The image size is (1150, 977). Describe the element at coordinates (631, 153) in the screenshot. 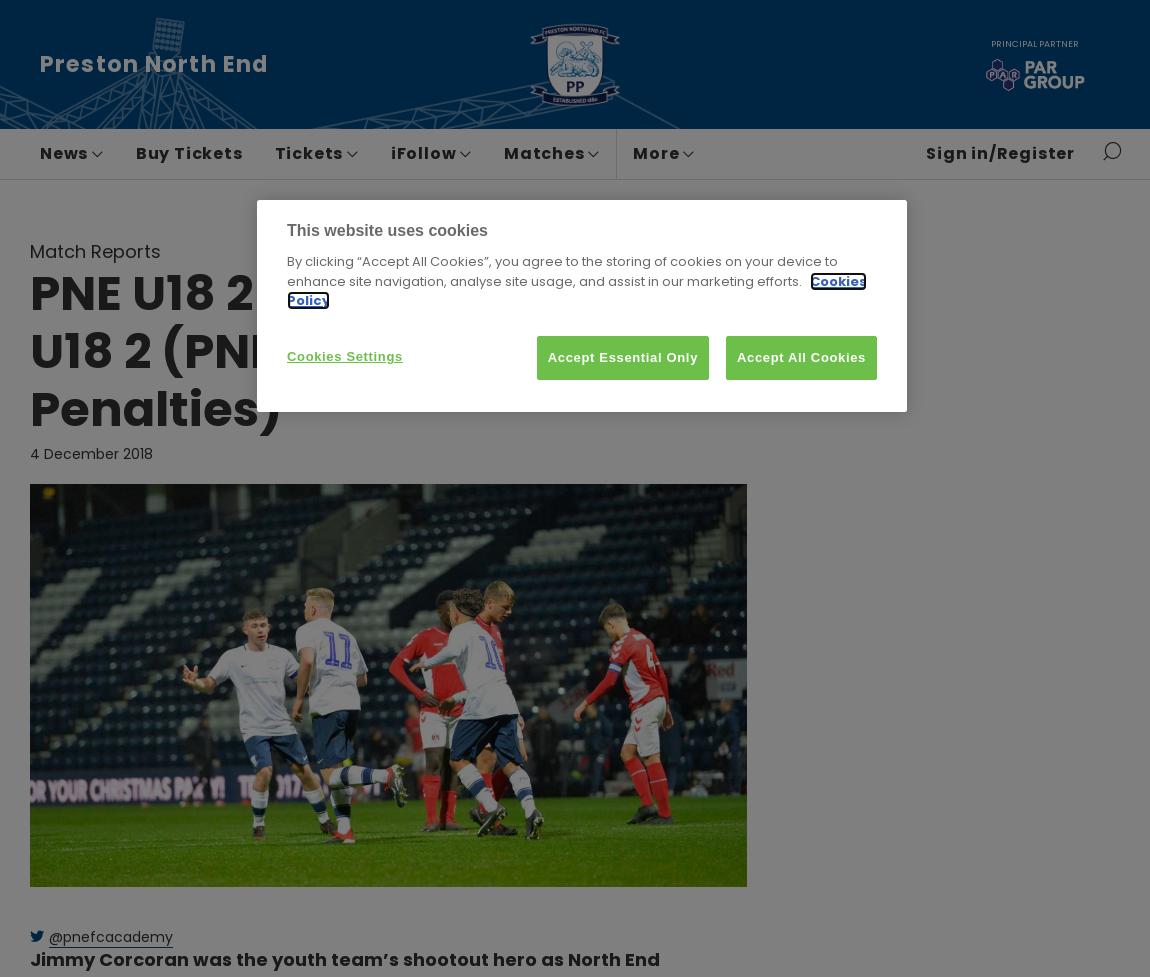

I see `'More'` at that location.